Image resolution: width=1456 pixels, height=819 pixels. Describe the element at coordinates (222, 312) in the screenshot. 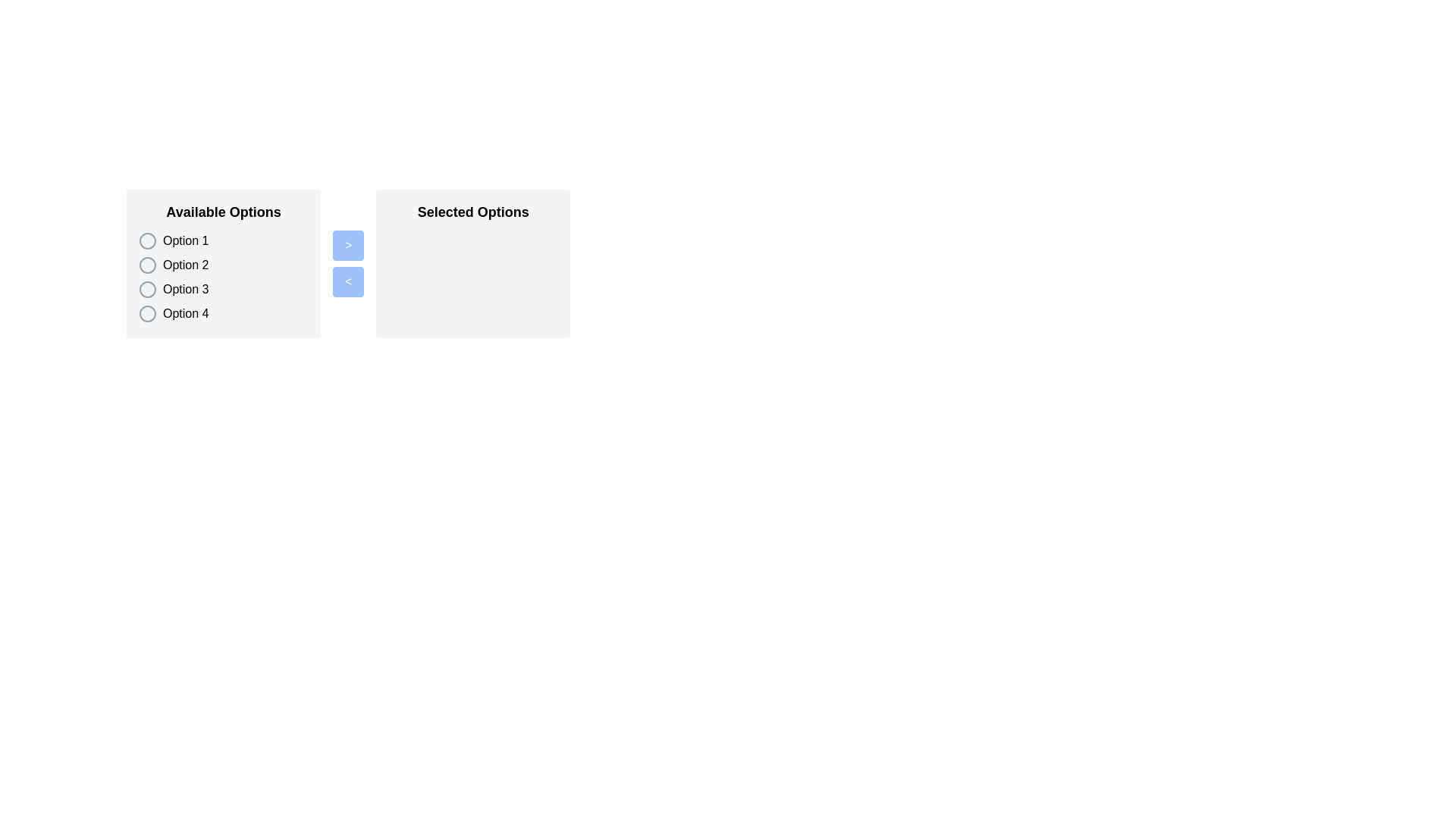

I see `the fourth selectable list item labeled 'Available Options'` at that location.